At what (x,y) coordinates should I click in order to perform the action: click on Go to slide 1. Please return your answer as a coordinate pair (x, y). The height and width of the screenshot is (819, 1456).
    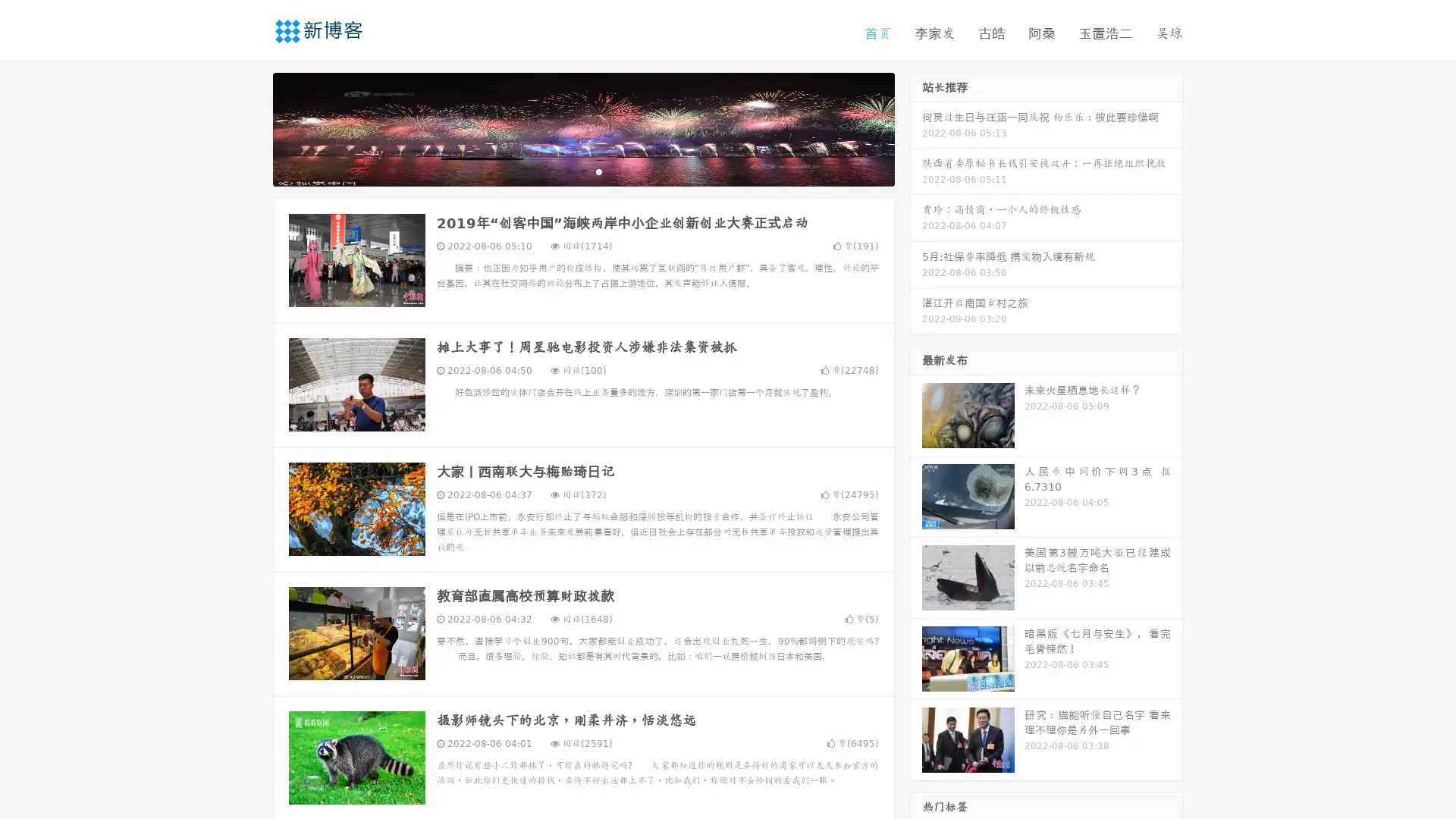
    Looking at the image, I should click on (567, 171).